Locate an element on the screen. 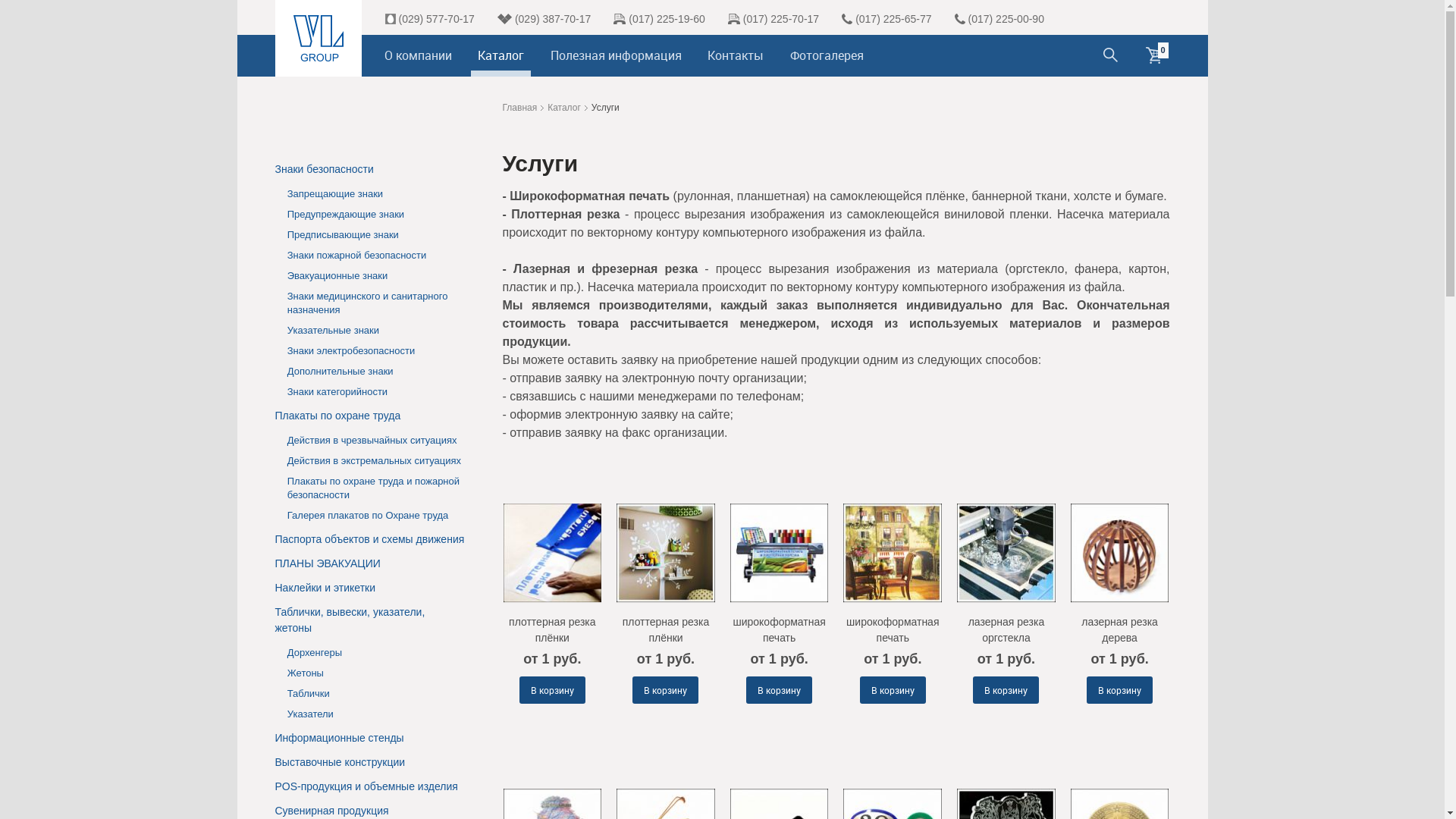 The width and height of the screenshot is (1456, 819). 'VL Group' is located at coordinates (292, 37).